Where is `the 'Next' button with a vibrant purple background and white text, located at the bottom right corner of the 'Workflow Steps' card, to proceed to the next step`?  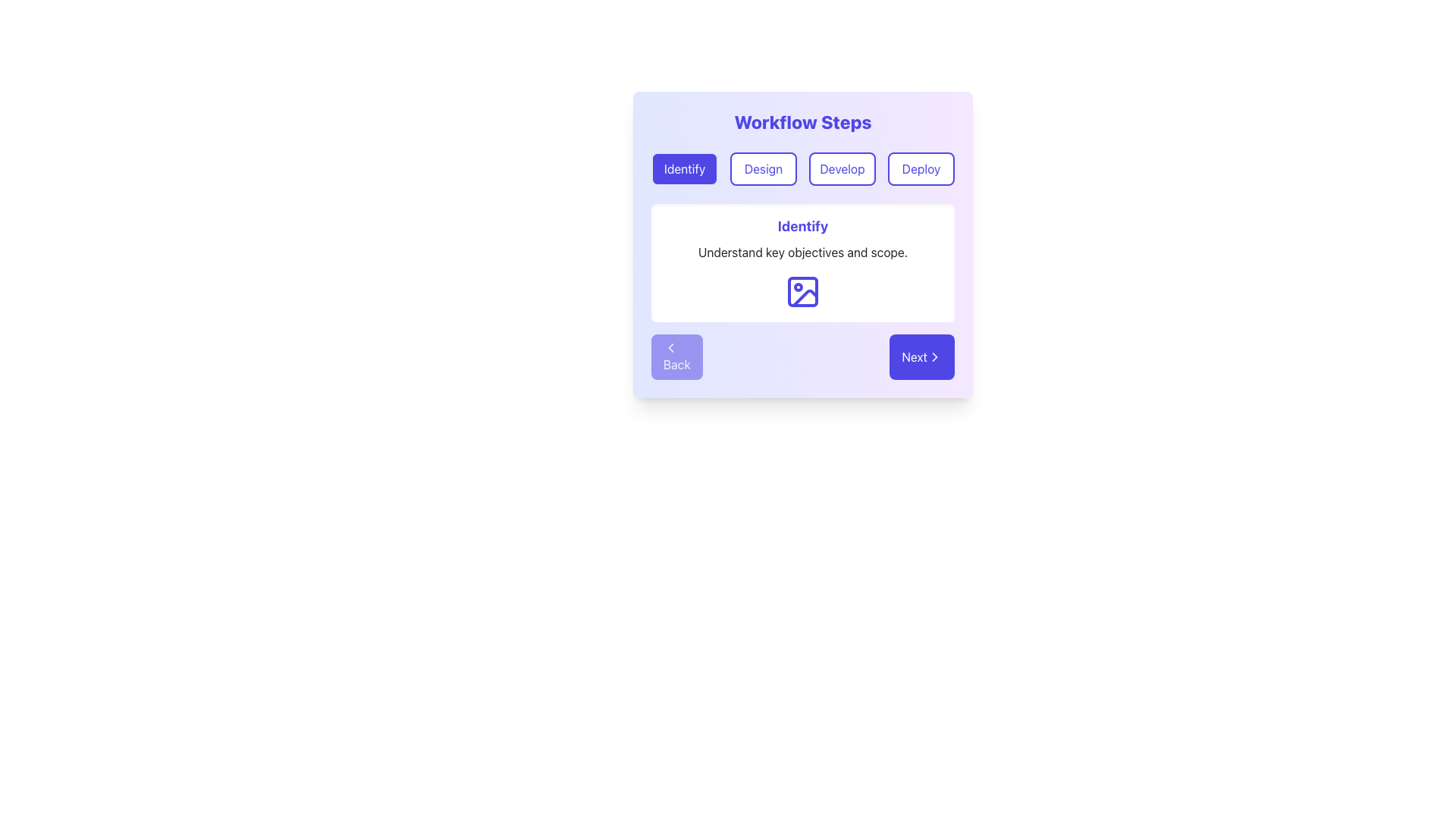
the 'Next' button with a vibrant purple background and white text, located at the bottom right corner of the 'Workflow Steps' card, to proceed to the next step is located at coordinates (921, 356).